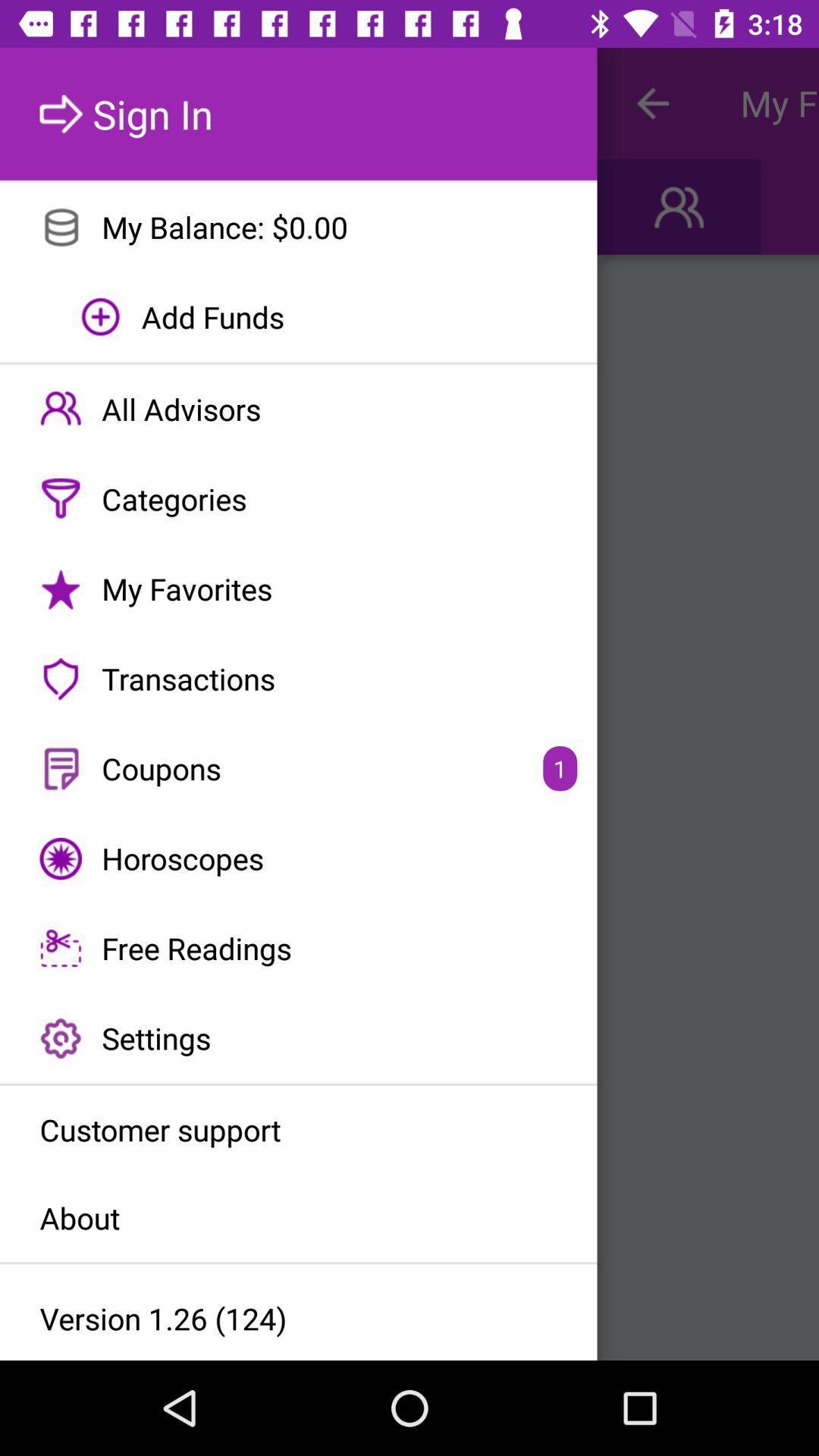 Image resolution: width=819 pixels, height=1456 pixels. What do you see at coordinates (651, 102) in the screenshot?
I see `the icon next to sign in icon` at bounding box center [651, 102].